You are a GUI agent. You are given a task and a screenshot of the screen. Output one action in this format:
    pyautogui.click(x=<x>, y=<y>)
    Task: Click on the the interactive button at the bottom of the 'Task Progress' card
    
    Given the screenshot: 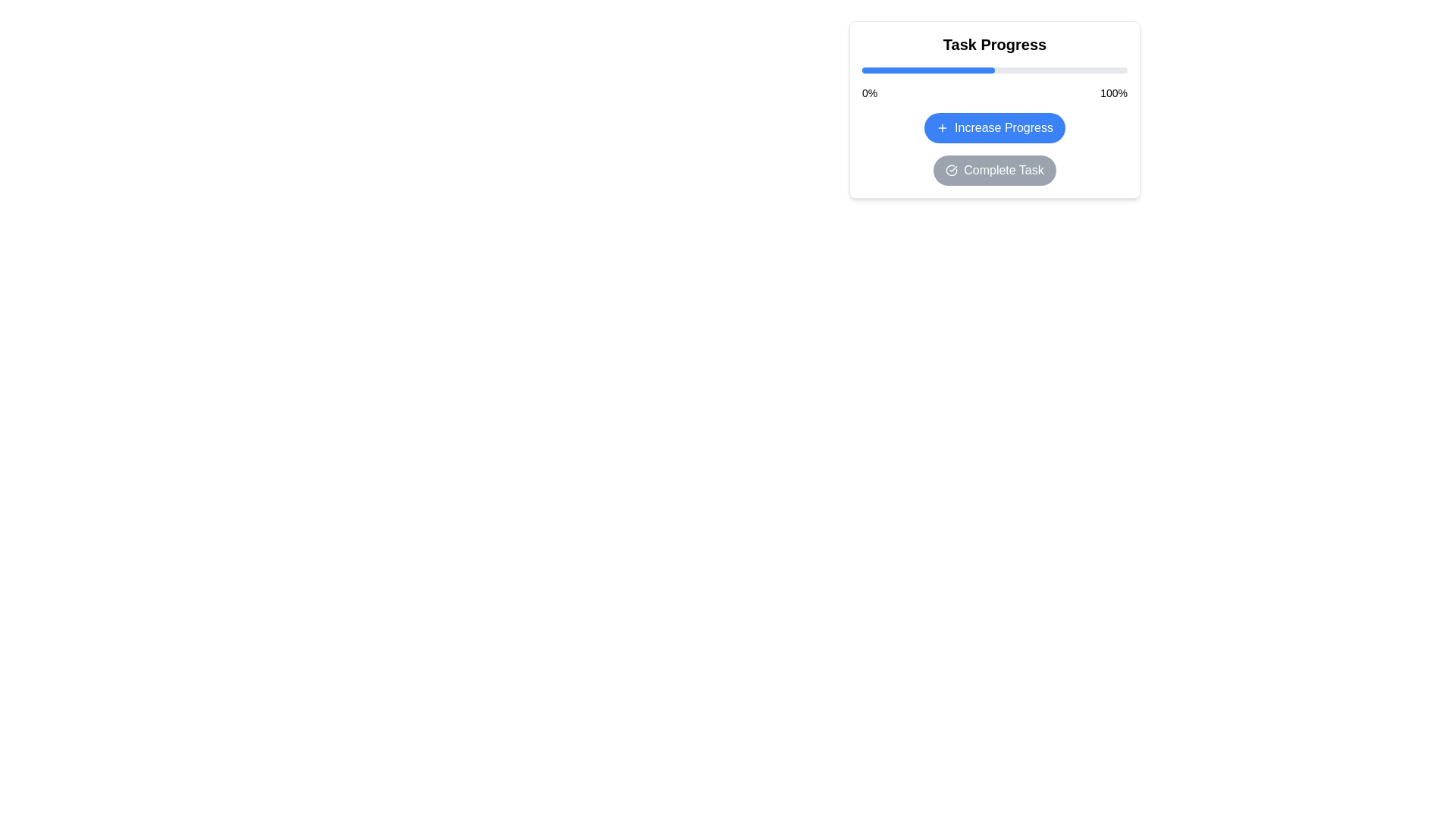 What is the action you would take?
    pyautogui.click(x=994, y=170)
    